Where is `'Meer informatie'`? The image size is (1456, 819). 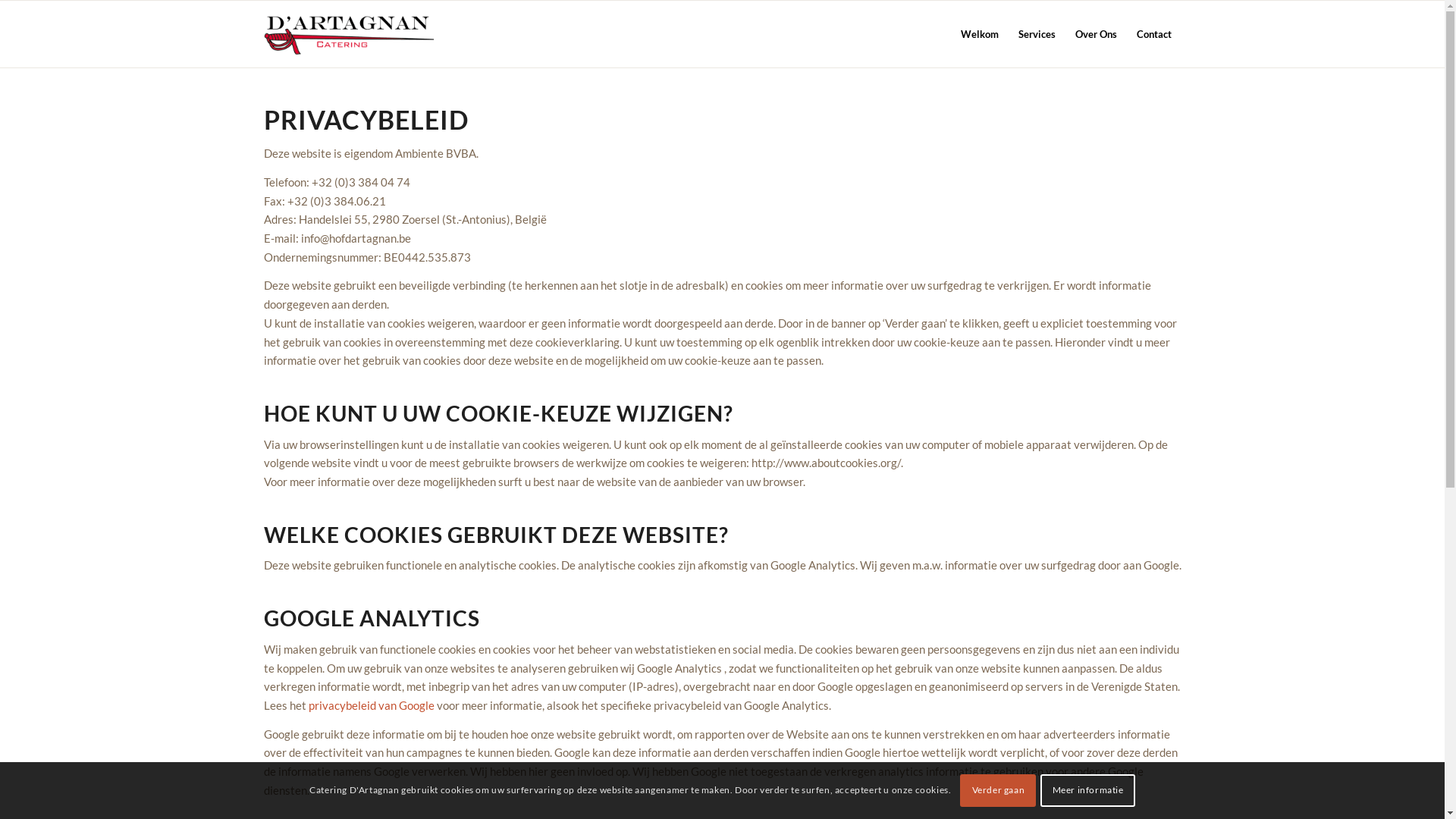
'Meer informatie' is located at coordinates (1040, 789).